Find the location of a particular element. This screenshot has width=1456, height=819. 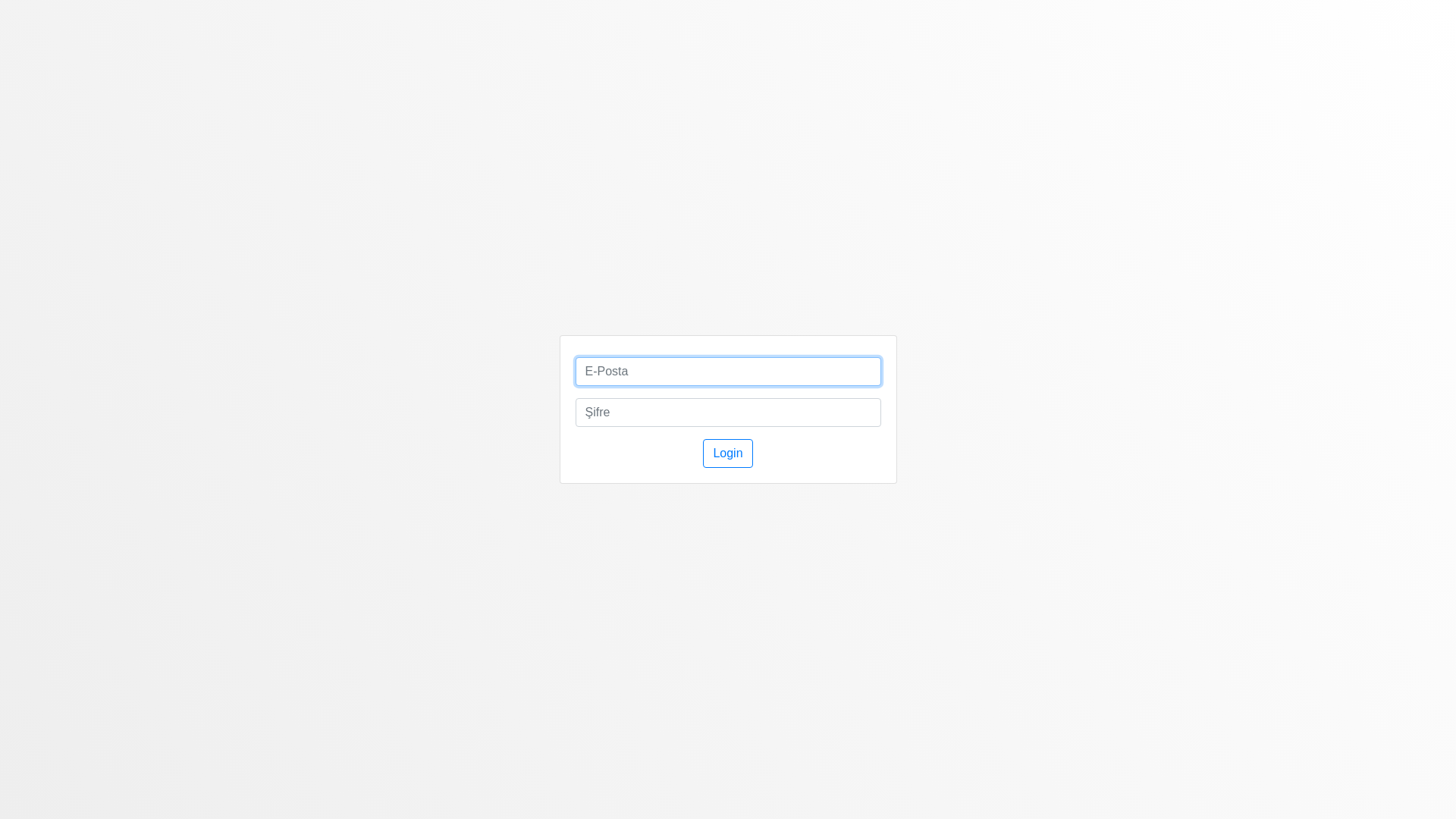

'Login' is located at coordinates (726, 452).